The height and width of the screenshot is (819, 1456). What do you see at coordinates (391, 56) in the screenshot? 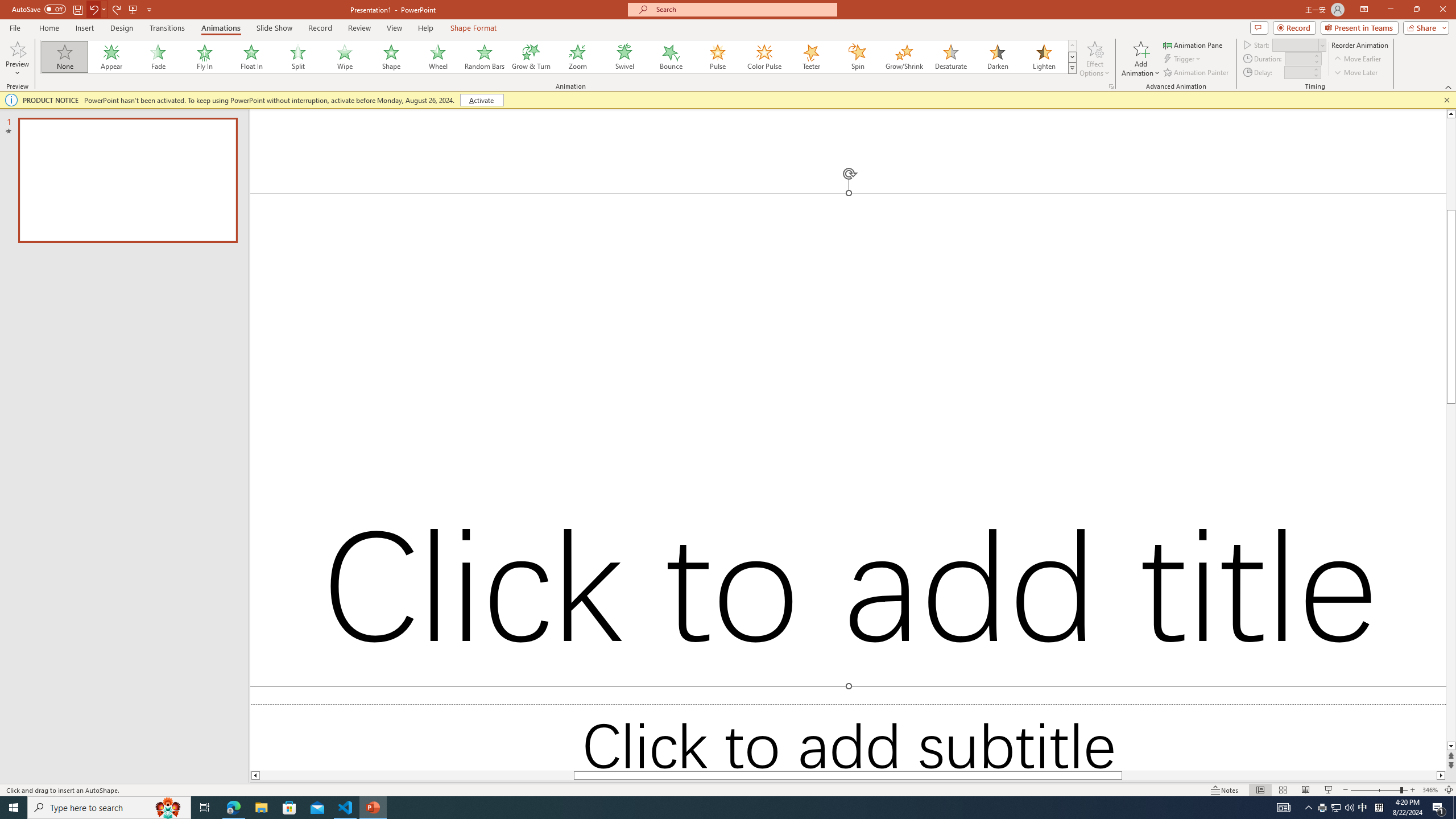
I see `'Shape'` at bounding box center [391, 56].